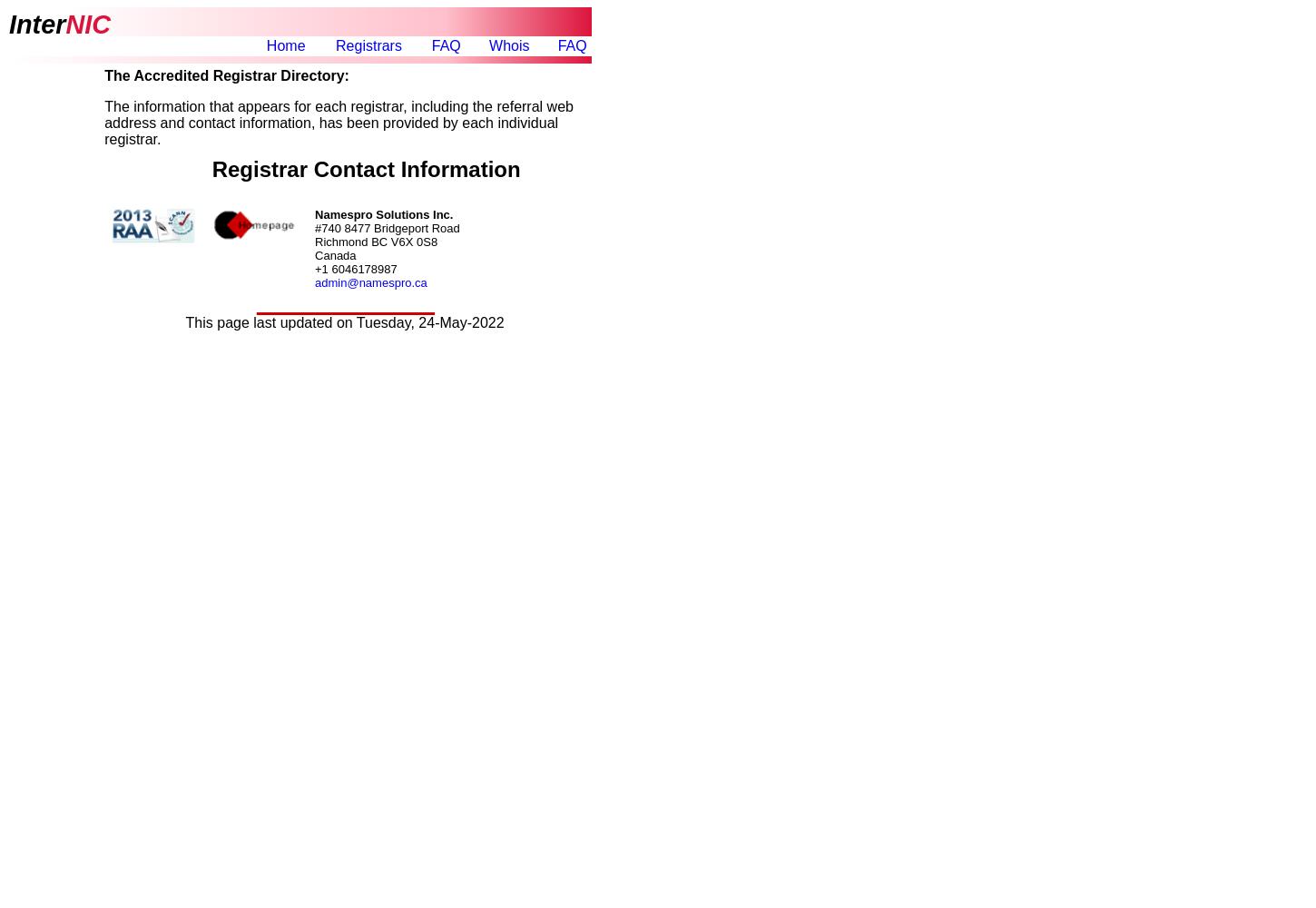 The height and width of the screenshot is (908, 1316). I want to click on 'admin@namespro.ca', so click(369, 282).